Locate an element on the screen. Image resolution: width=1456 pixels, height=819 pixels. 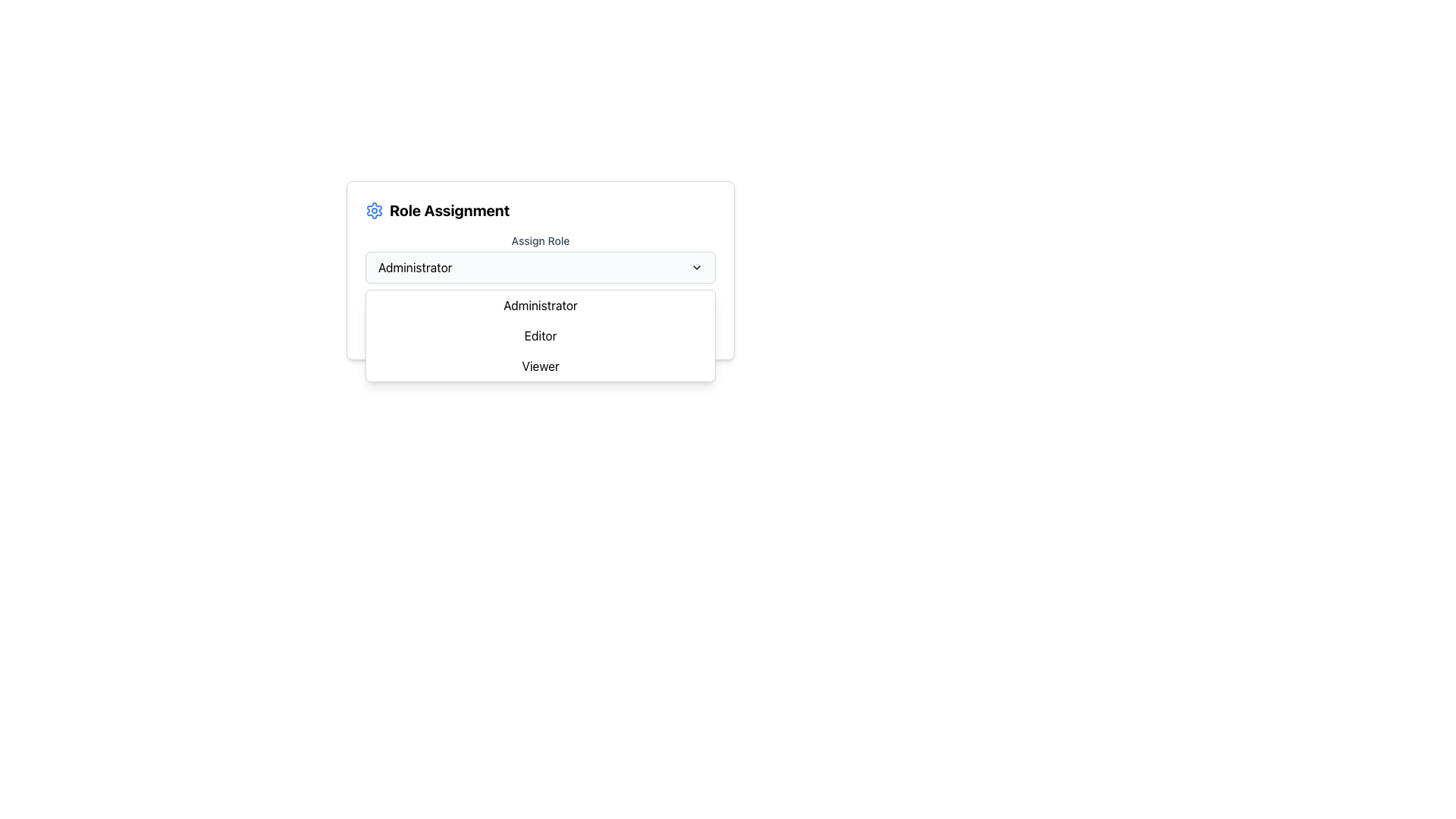
the Header text element, which serves as a section title located at the top center of a card layout, directly above the descriptive text about the selected role being Administrator is located at coordinates (541, 309).